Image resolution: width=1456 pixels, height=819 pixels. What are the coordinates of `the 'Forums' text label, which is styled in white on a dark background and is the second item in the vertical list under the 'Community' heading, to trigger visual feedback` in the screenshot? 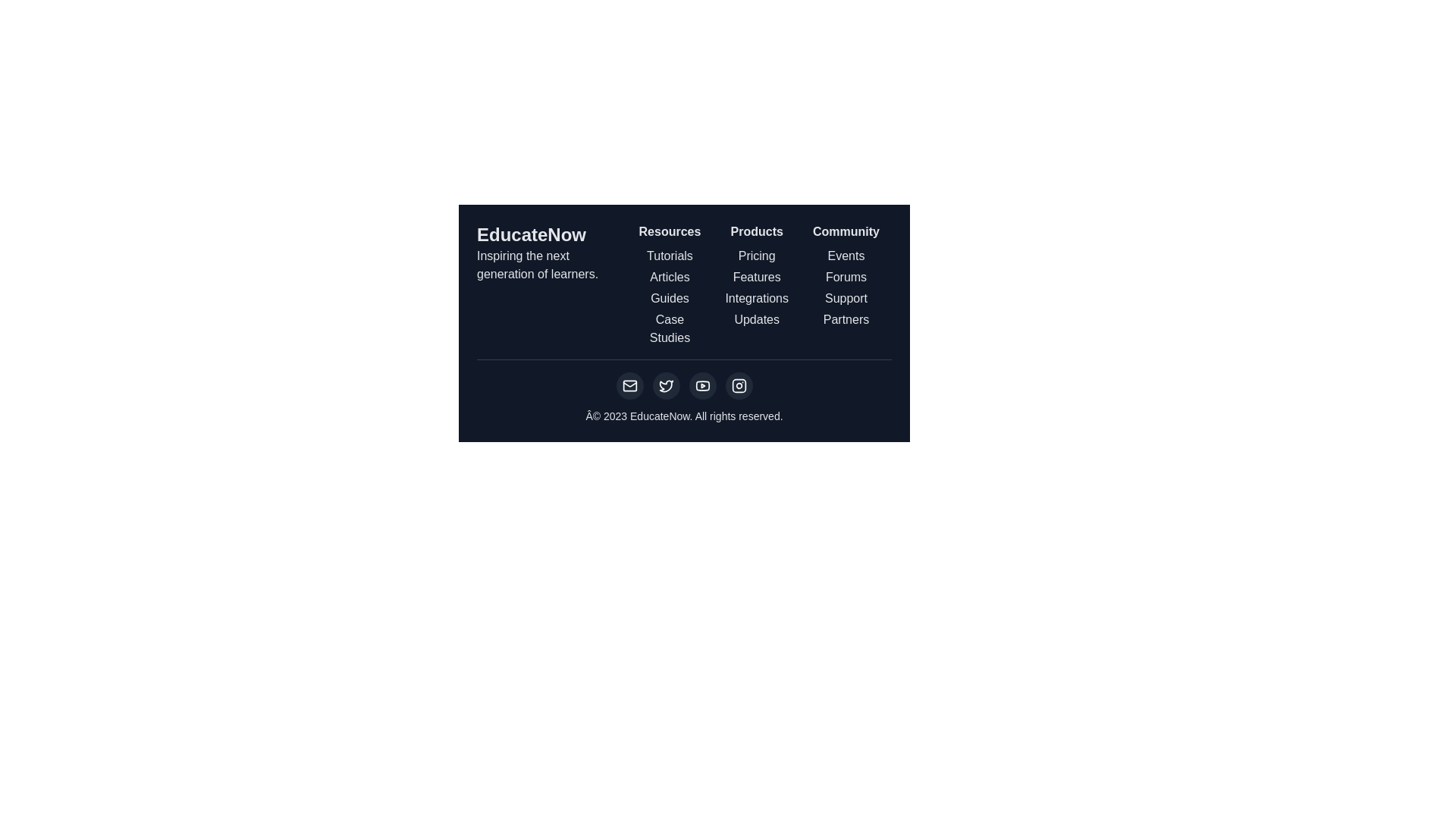 It's located at (846, 278).